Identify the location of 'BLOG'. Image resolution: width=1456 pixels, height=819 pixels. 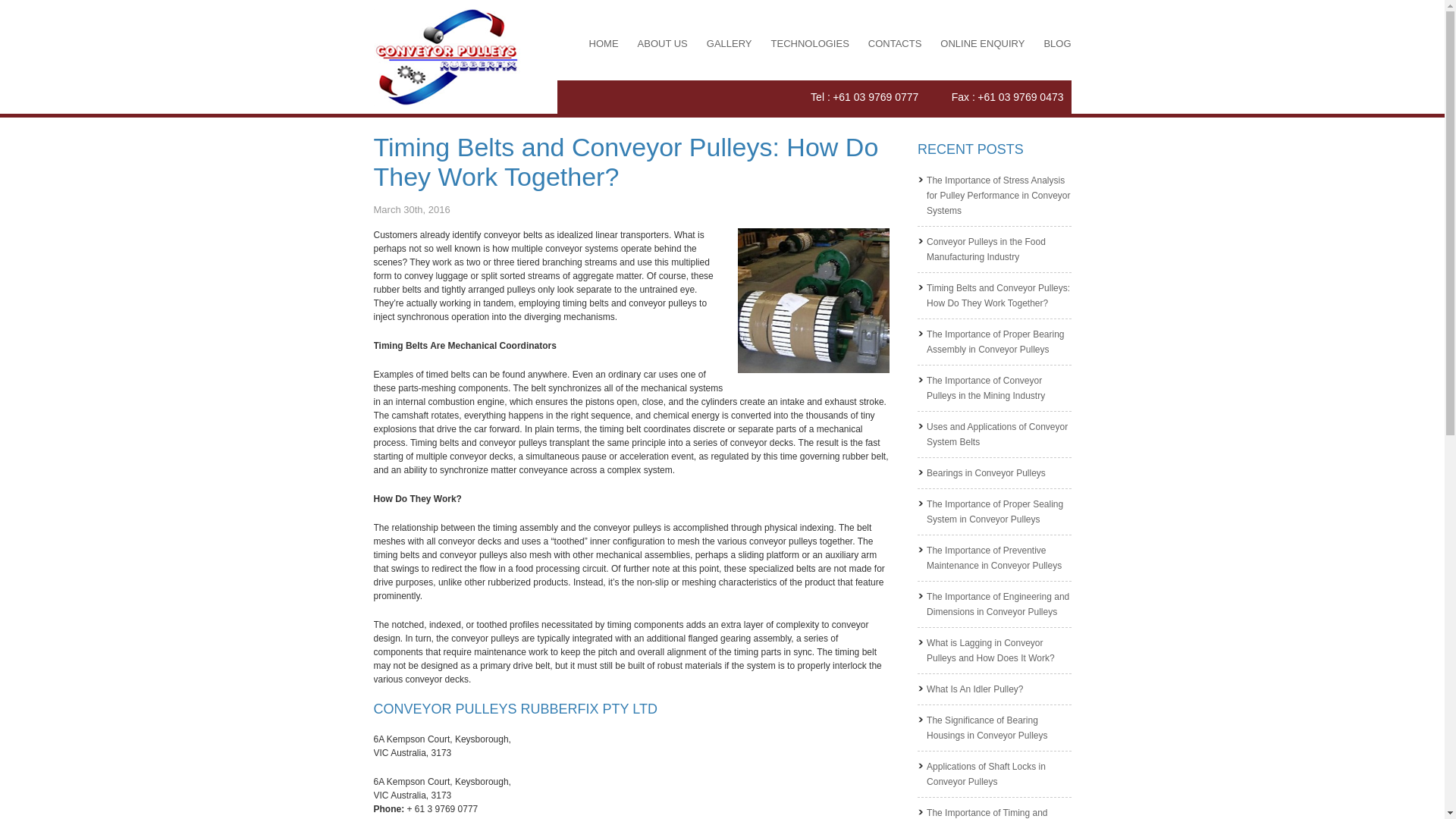
(1056, 42).